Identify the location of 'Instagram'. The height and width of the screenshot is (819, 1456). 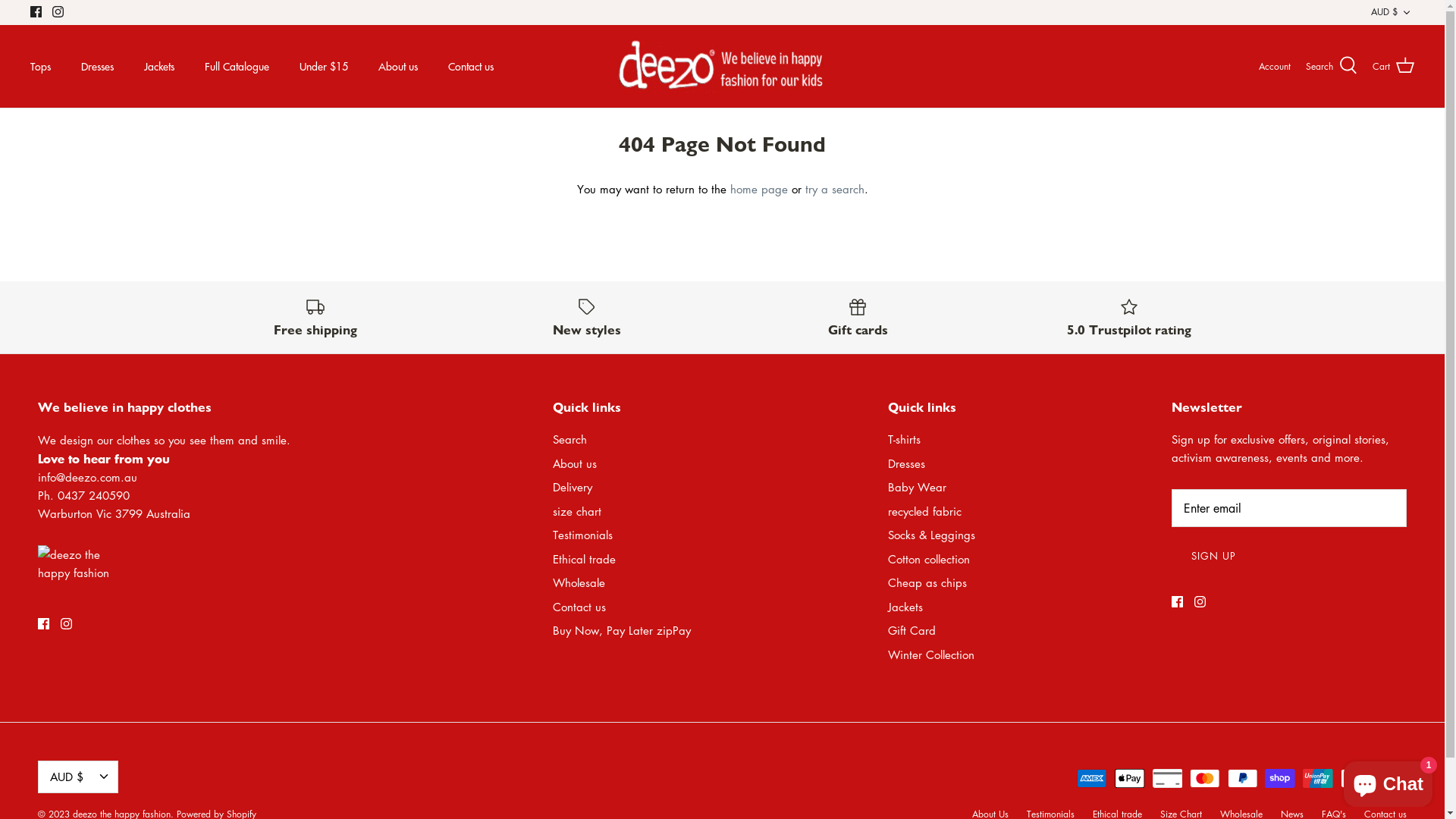
(58, 11).